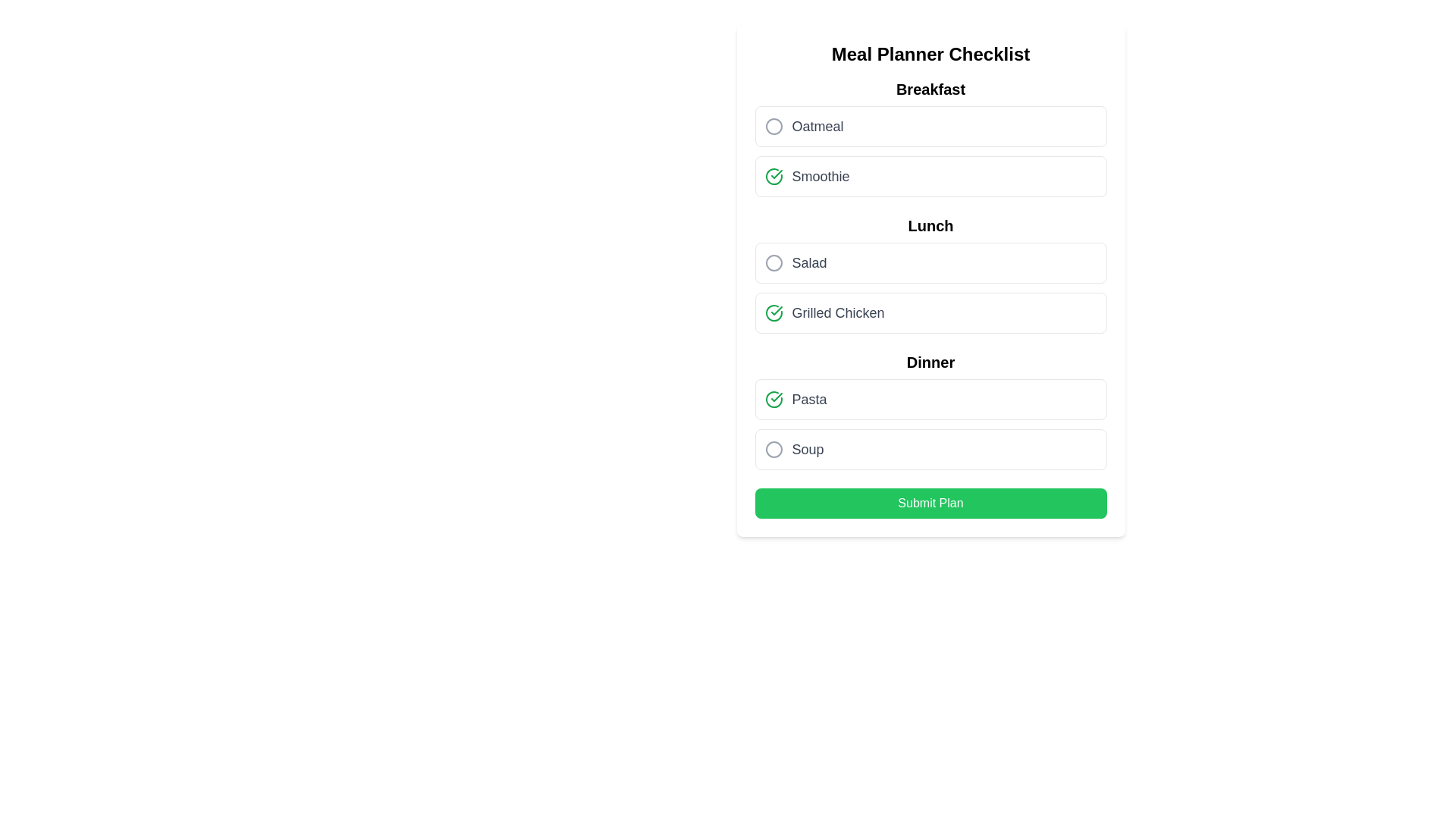 Image resolution: width=1456 pixels, height=819 pixels. Describe the element at coordinates (817, 125) in the screenshot. I see `the text label for the breakfast choice in the meal planner checklist, positioned under the 'Breakfast' section, above 'Smoothie'` at that location.